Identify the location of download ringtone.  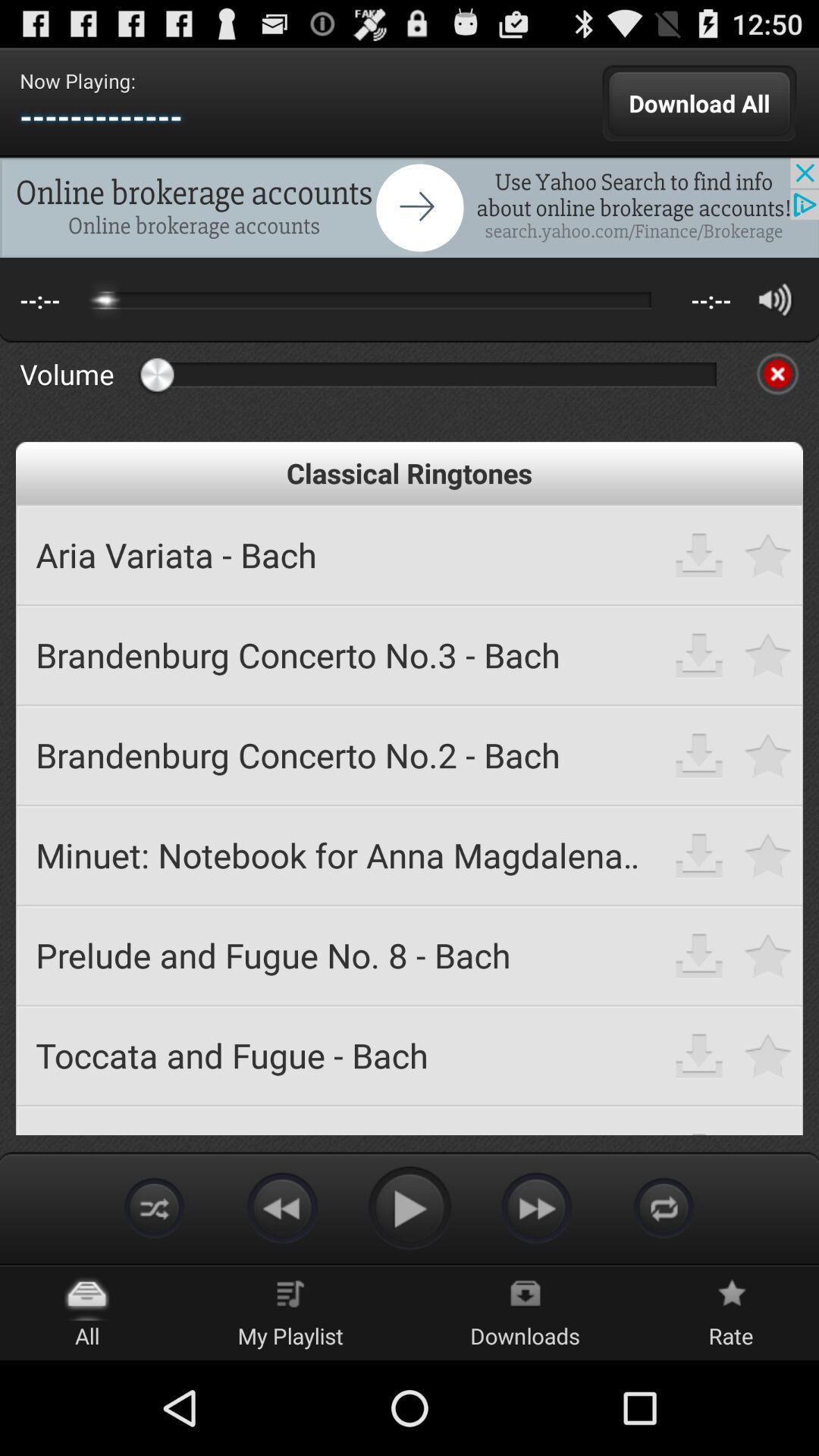
(699, 554).